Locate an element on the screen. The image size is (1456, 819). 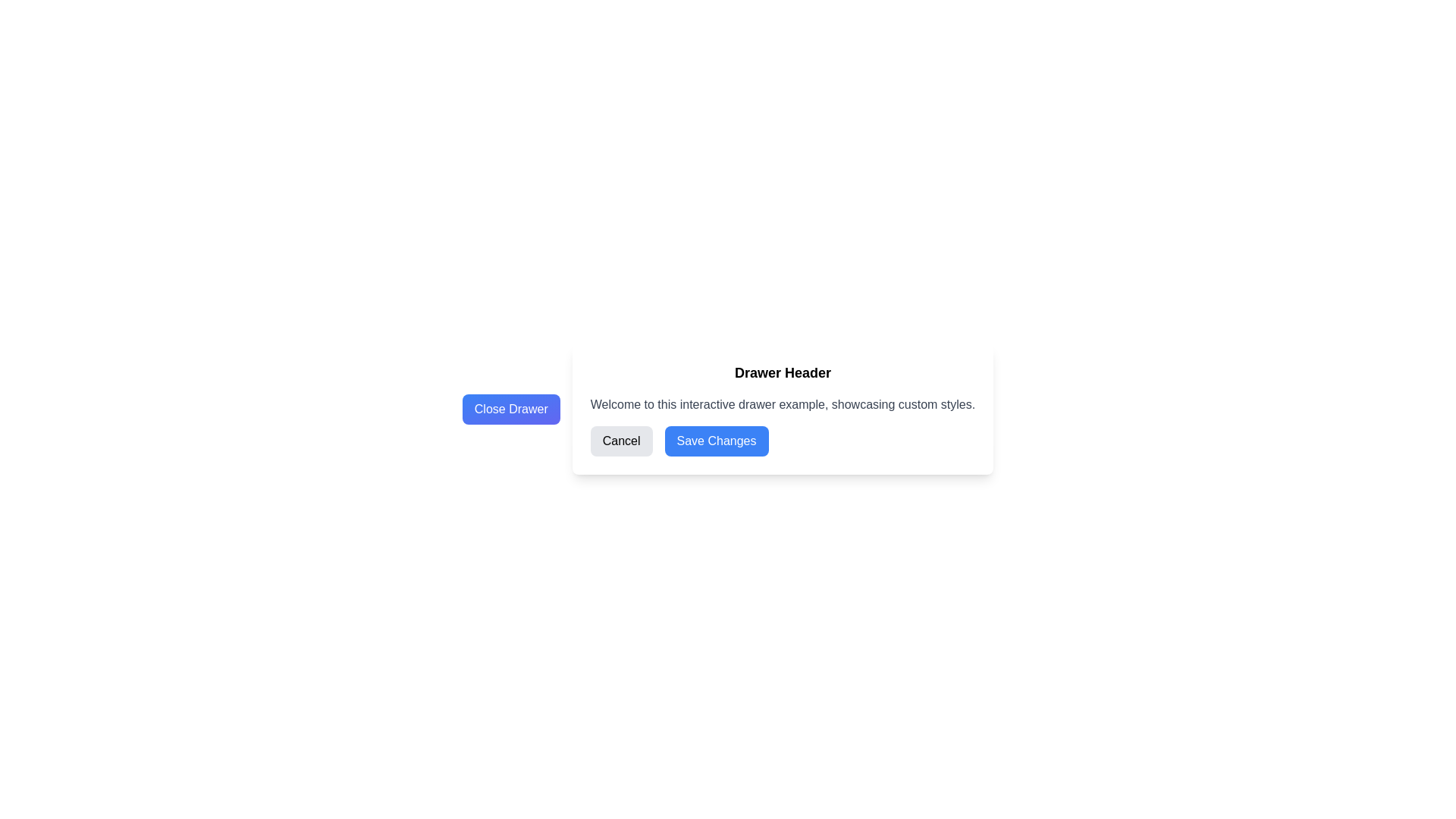
the Text Label located below the bold header 'Drawer Header', which provides instructional information about the drawer interface is located at coordinates (783, 403).